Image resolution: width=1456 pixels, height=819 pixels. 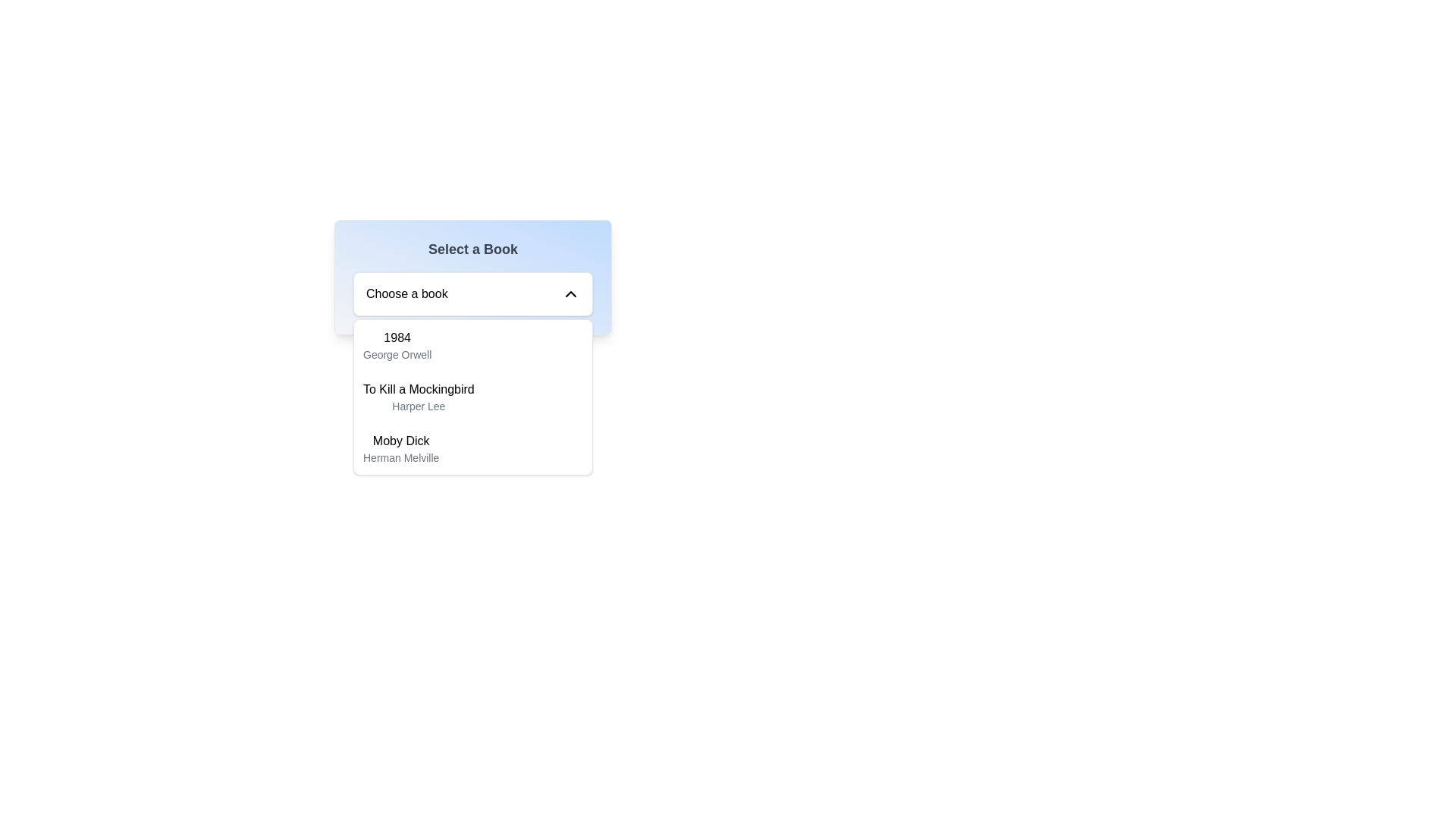 What do you see at coordinates (397, 337) in the screenshot?
I see `the text label displaying '1984' in a bold font within the dropdown menu titled 'Select a Book'` at bounding box center [397, 337].